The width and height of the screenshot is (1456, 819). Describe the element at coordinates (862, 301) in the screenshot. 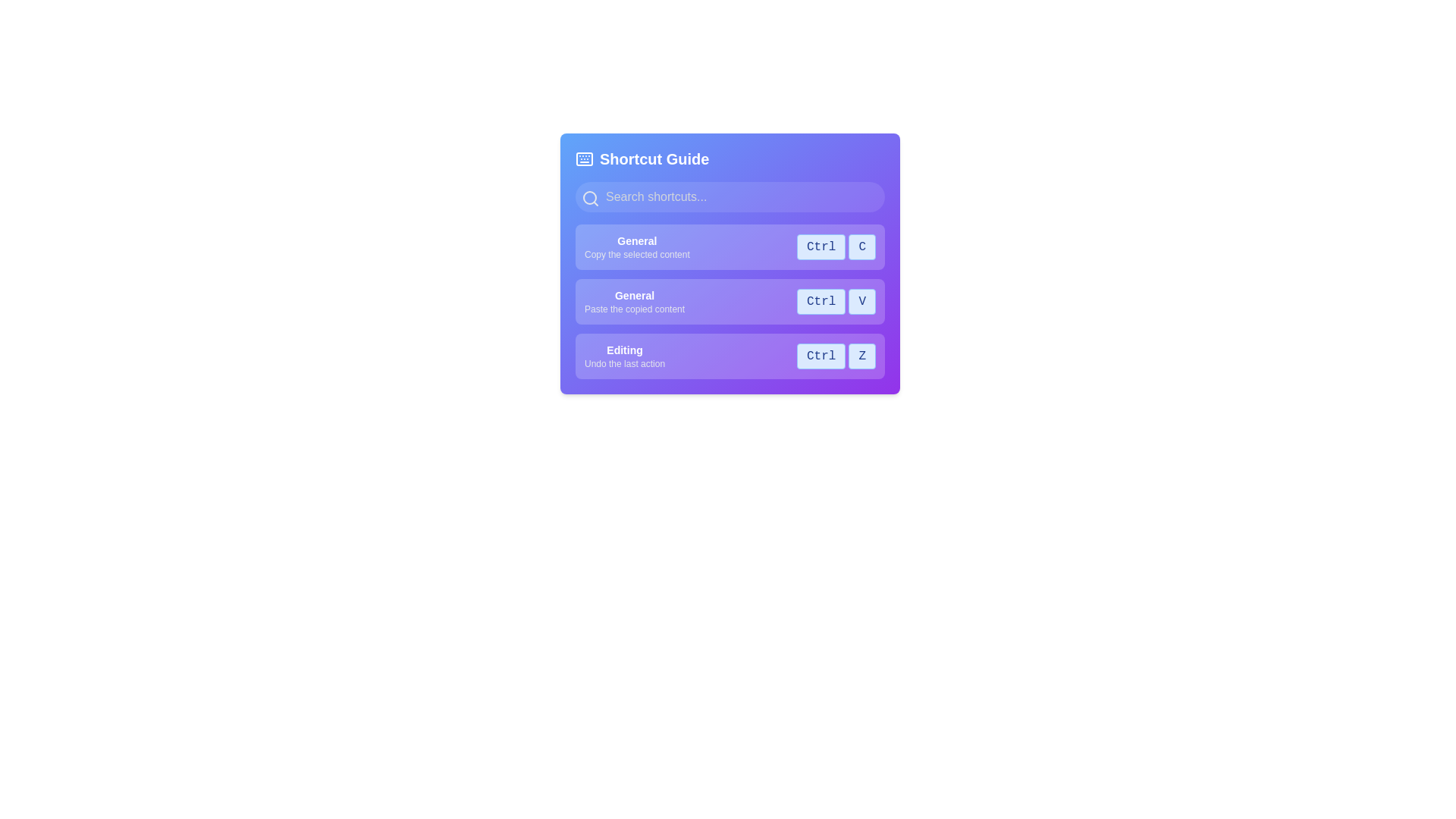

I see `the 'V' key visual label indicating the keyboard shortcut for pasting content, located to the right of the 'Ctrl' button in the shortcut guide interface` at that location.